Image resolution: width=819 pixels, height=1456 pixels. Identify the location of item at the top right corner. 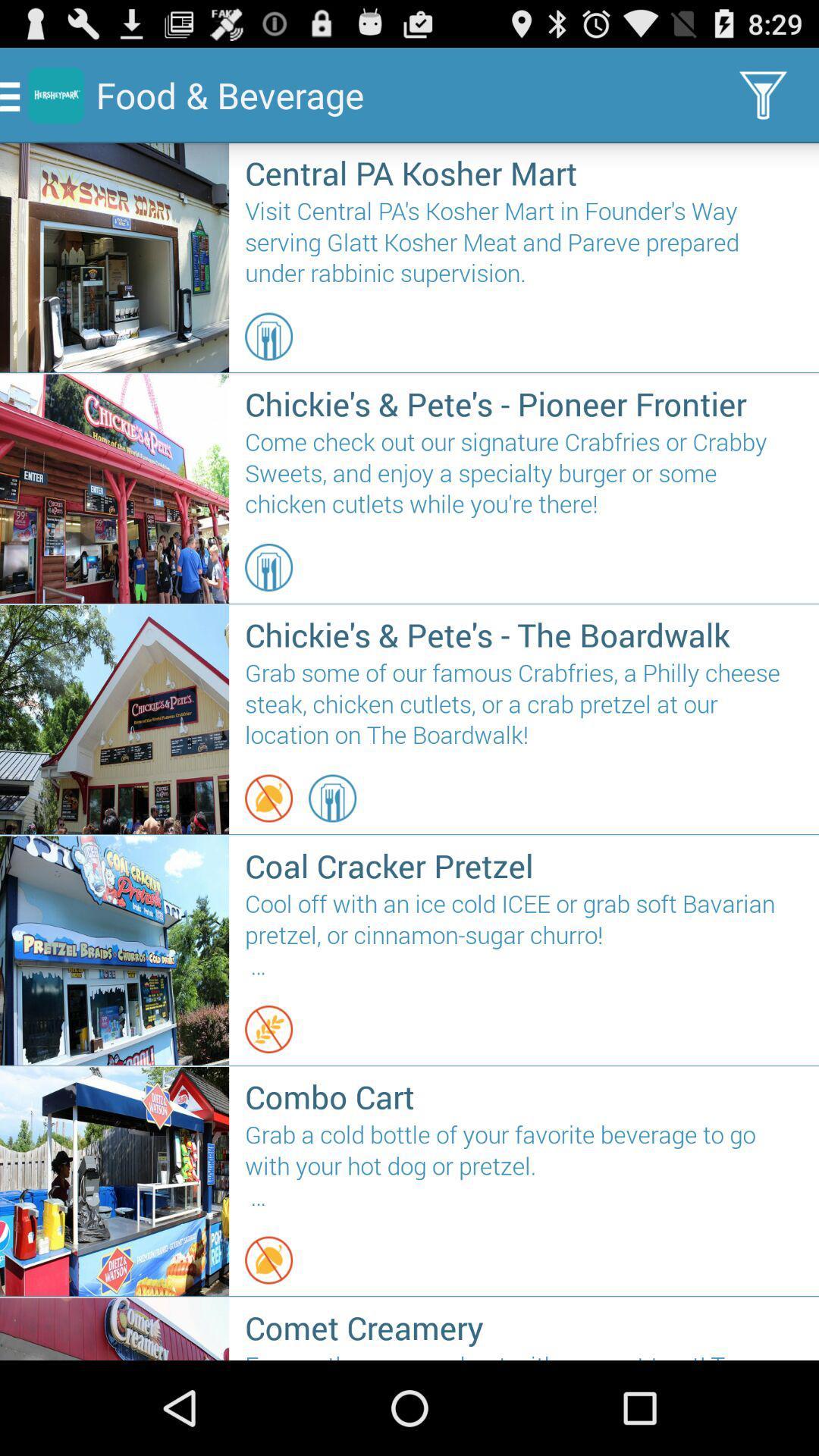
(763, 94).